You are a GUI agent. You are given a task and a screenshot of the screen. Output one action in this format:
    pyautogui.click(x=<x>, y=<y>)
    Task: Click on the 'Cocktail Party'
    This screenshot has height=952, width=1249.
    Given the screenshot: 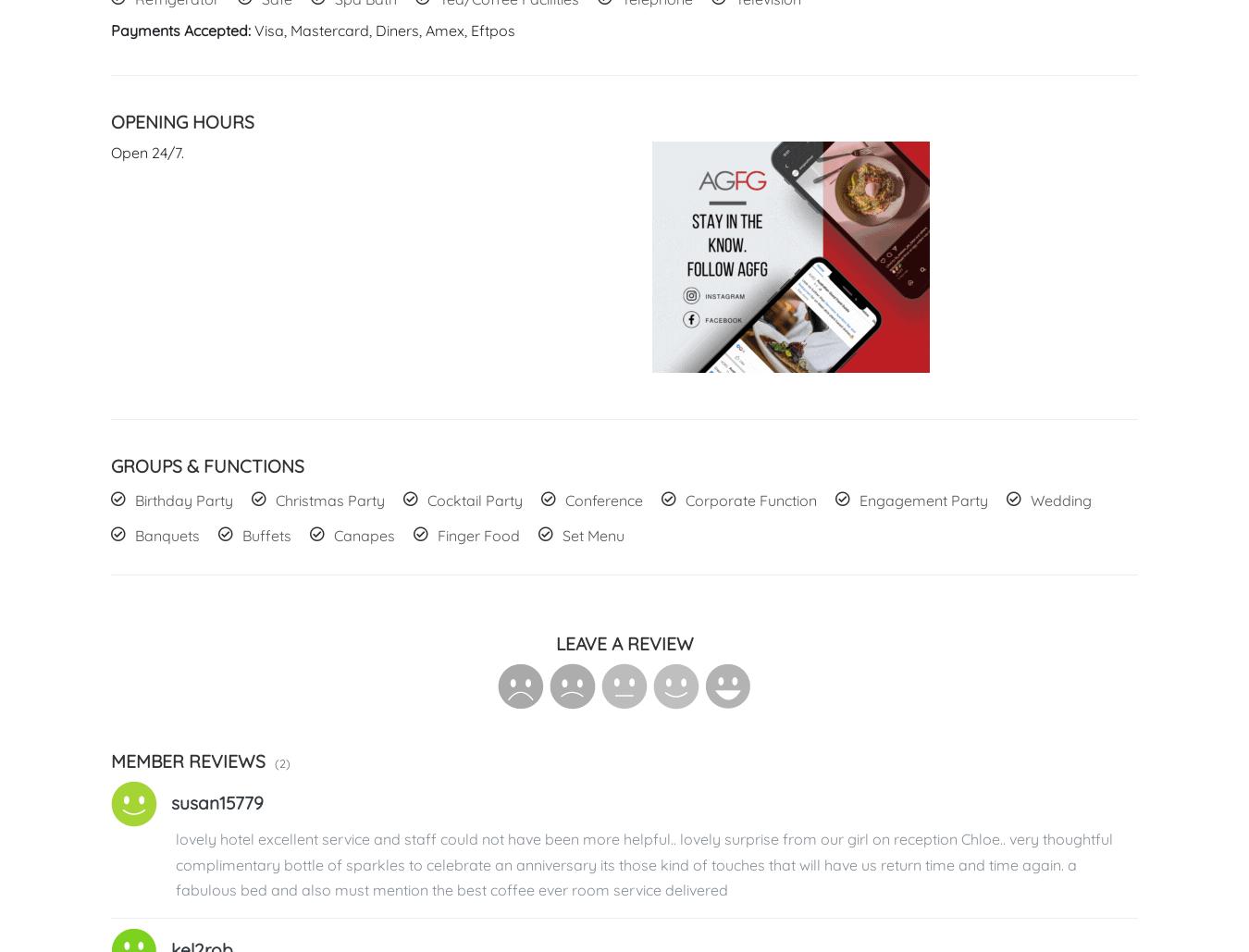 What is the action you would take?
    pyautogui.click(x=474, y=500)
    